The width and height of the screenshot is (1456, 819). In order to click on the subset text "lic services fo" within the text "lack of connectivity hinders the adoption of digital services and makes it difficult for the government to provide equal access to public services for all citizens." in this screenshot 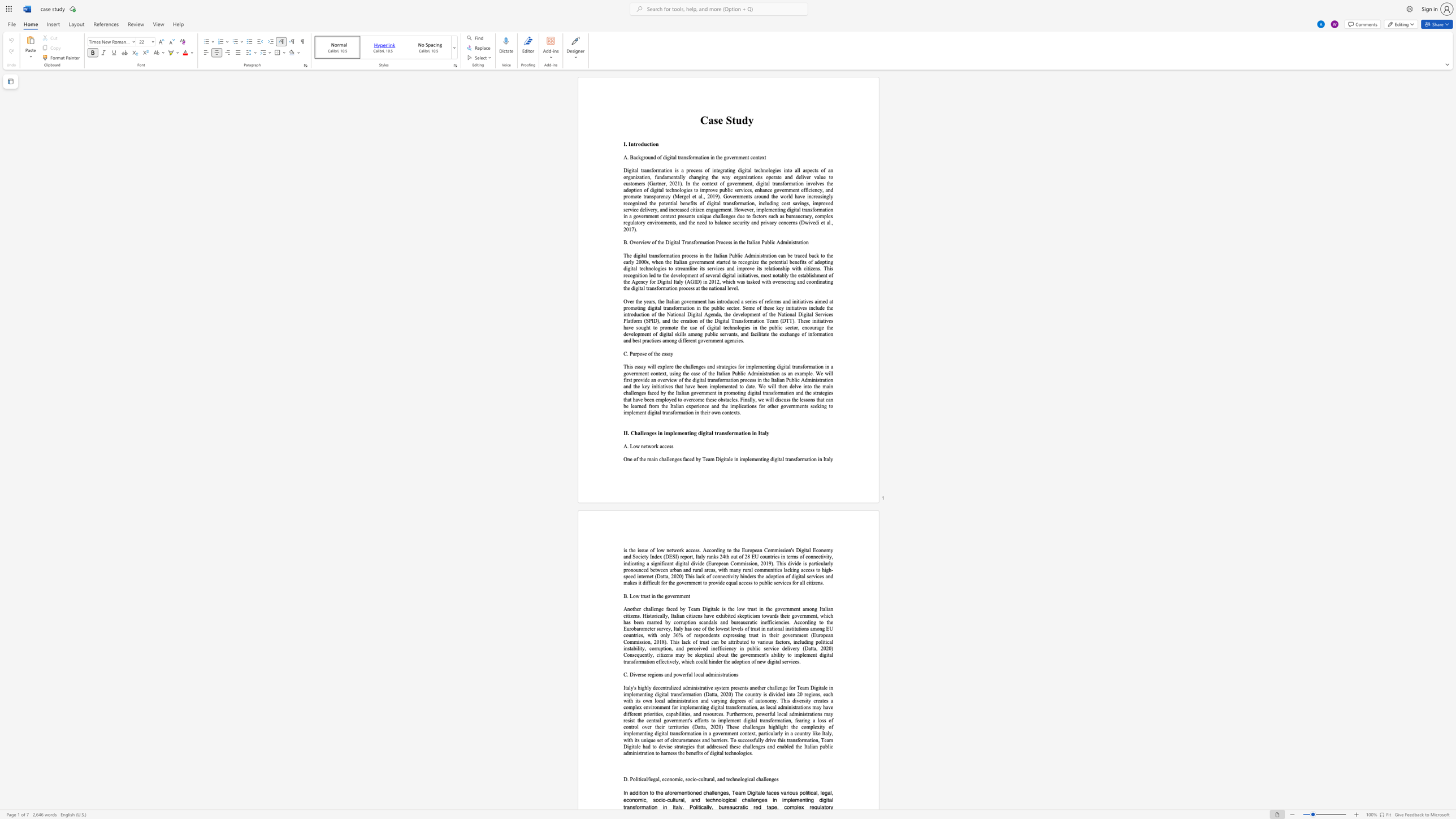, I will do `click(766, 583)`.